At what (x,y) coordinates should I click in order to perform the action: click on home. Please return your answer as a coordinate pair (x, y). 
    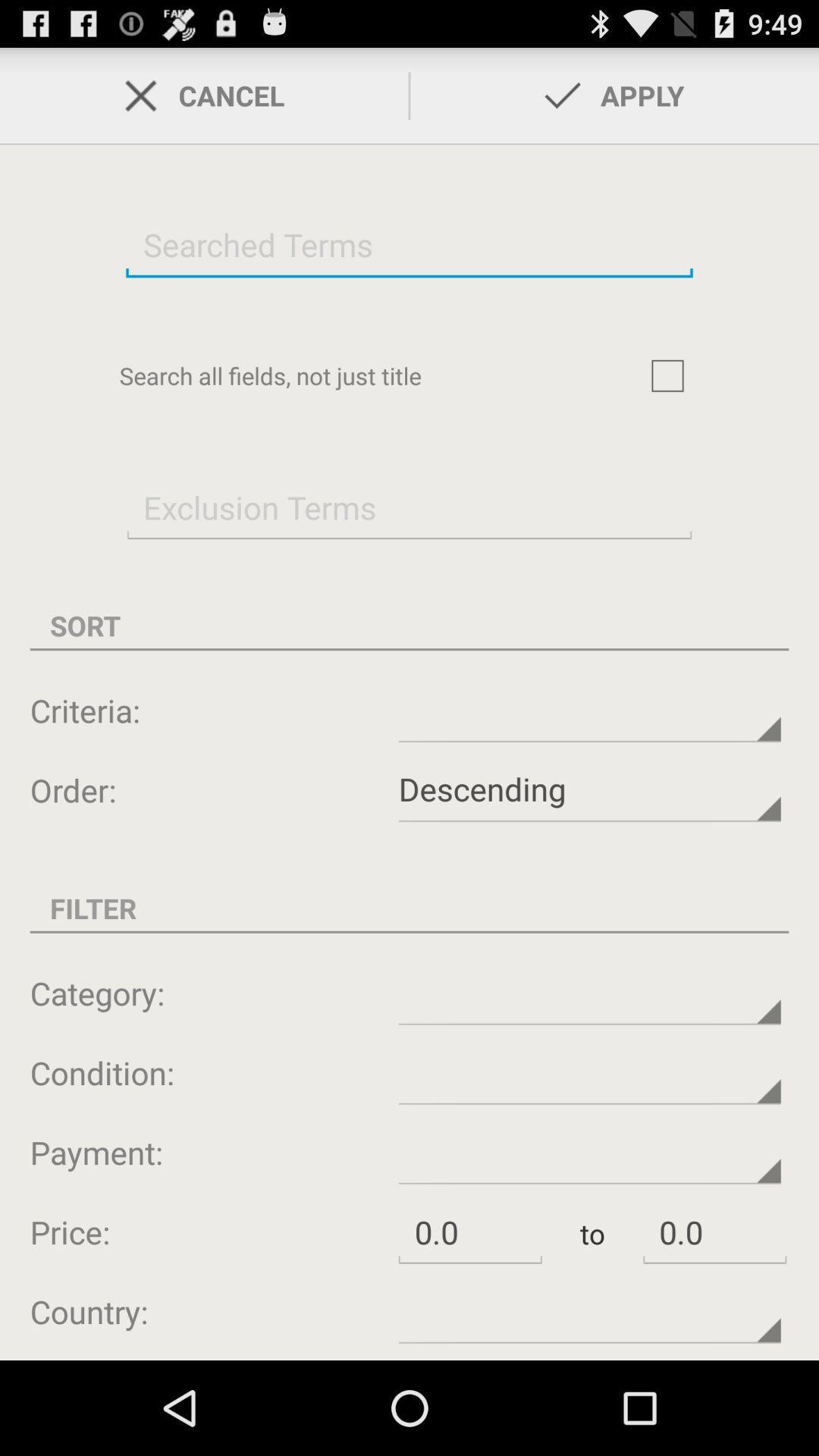
    Looking at the image, I should click on (667, 375).